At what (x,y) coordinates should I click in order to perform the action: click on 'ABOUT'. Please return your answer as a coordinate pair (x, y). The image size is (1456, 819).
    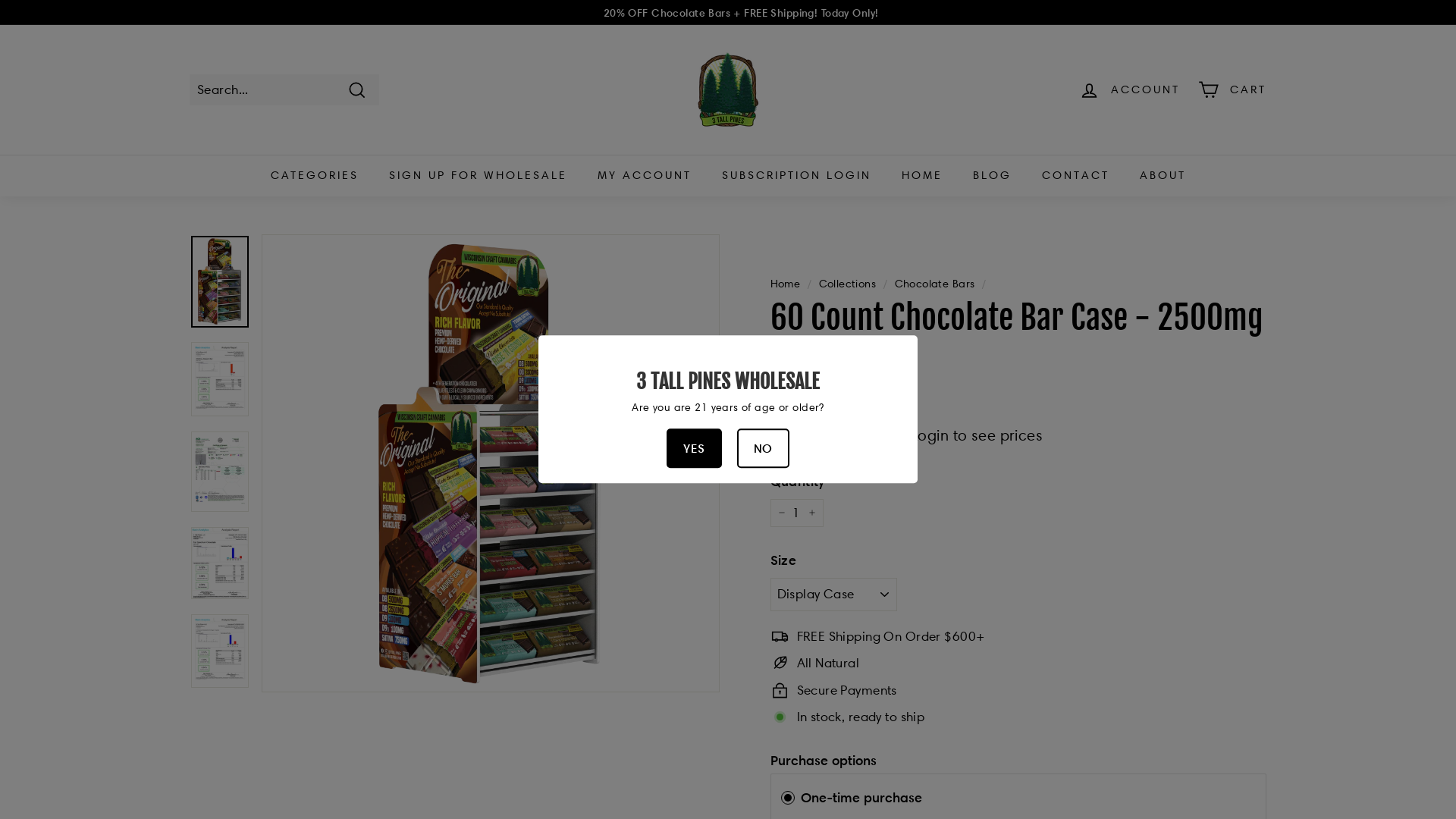
    Looking at the image, I should click on (1161, 174).